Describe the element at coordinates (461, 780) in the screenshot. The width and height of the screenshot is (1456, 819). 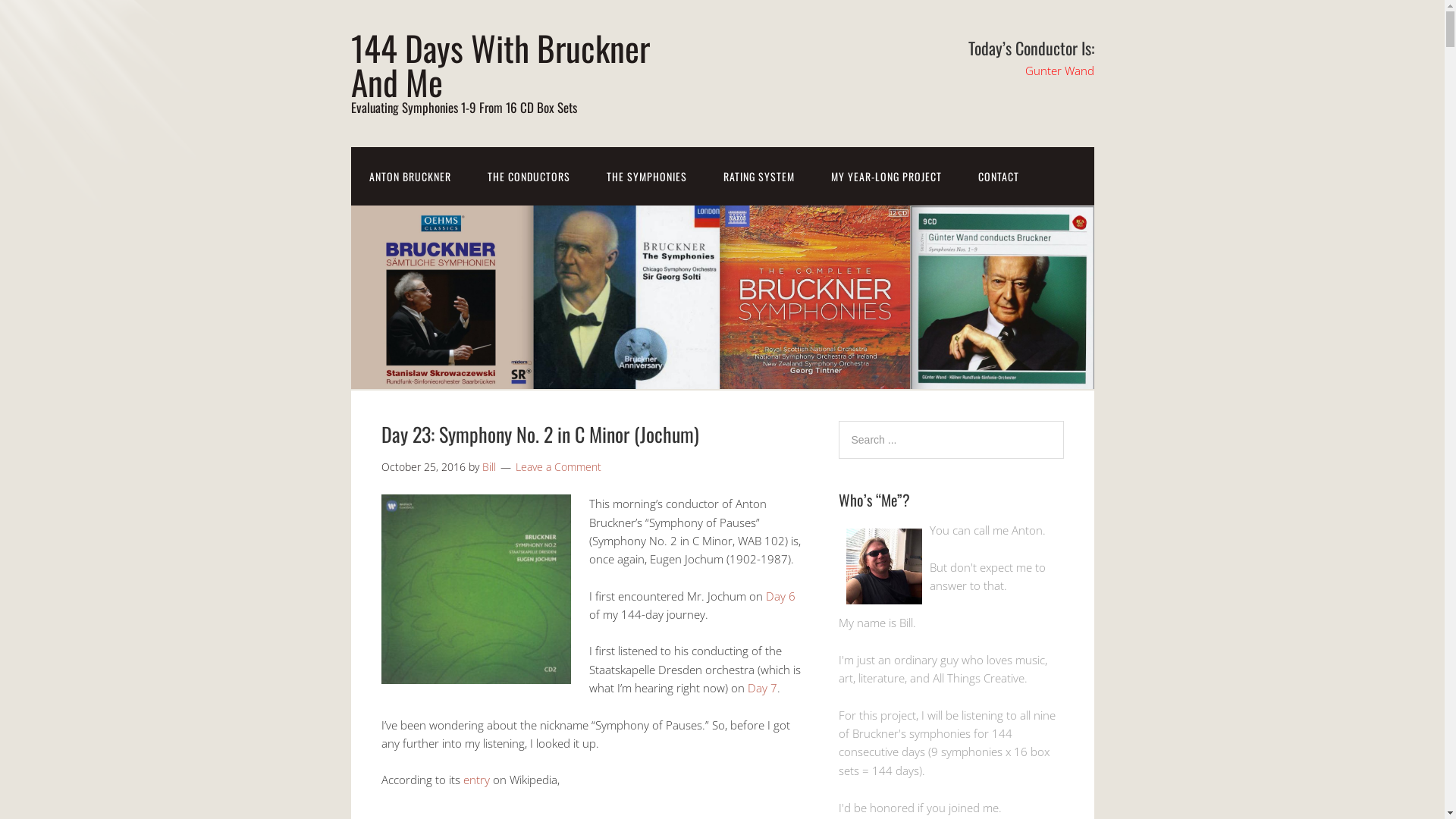
I see `'entry'` at that location.